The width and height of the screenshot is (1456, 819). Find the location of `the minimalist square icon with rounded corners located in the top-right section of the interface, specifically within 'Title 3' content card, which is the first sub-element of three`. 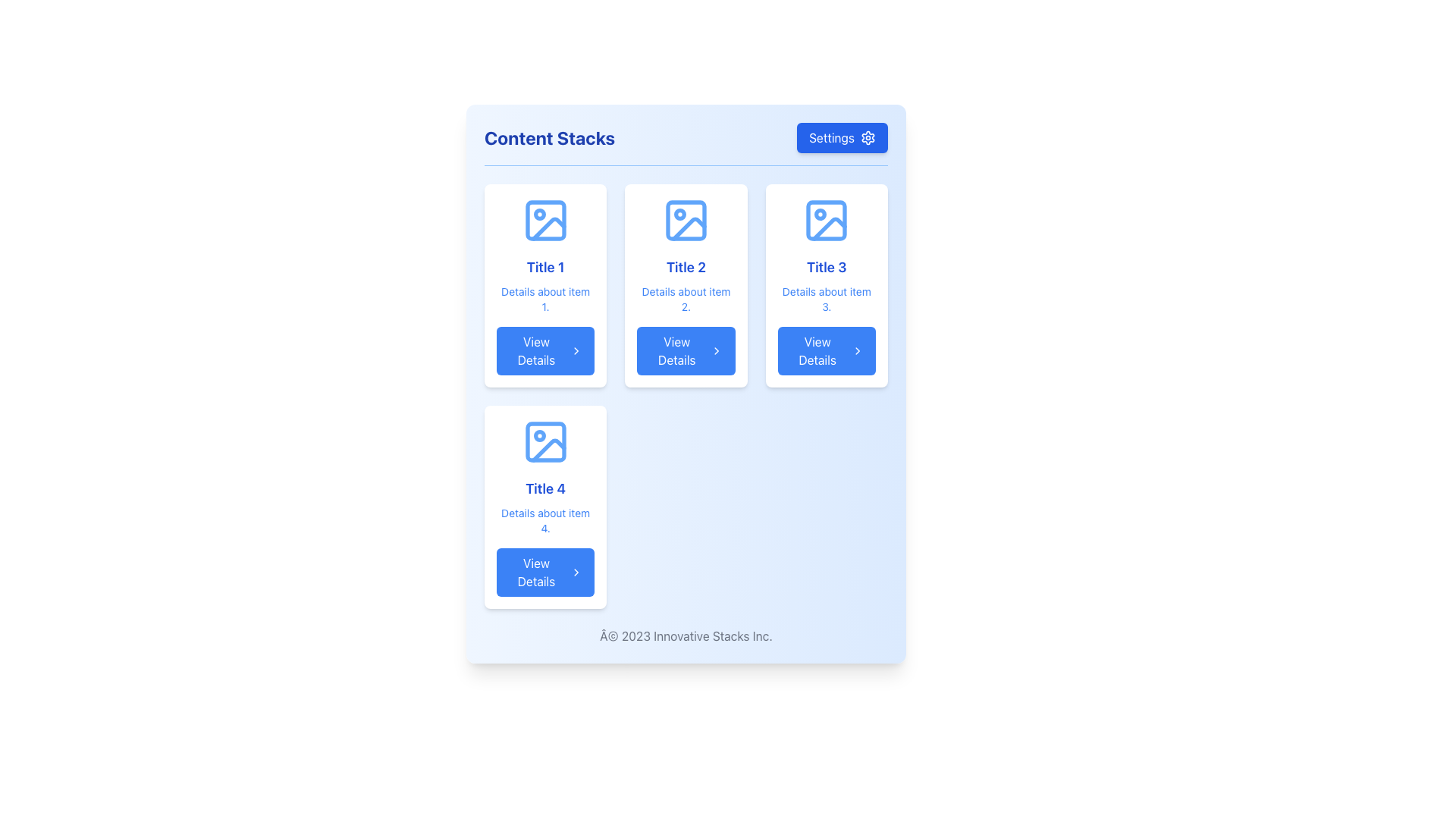

the minimalist square icon with rounded corners located in the top-right section of the interface, specifically within 'Title 3' content card, which is the first sub-element of three is located at coordinates (826, 220).